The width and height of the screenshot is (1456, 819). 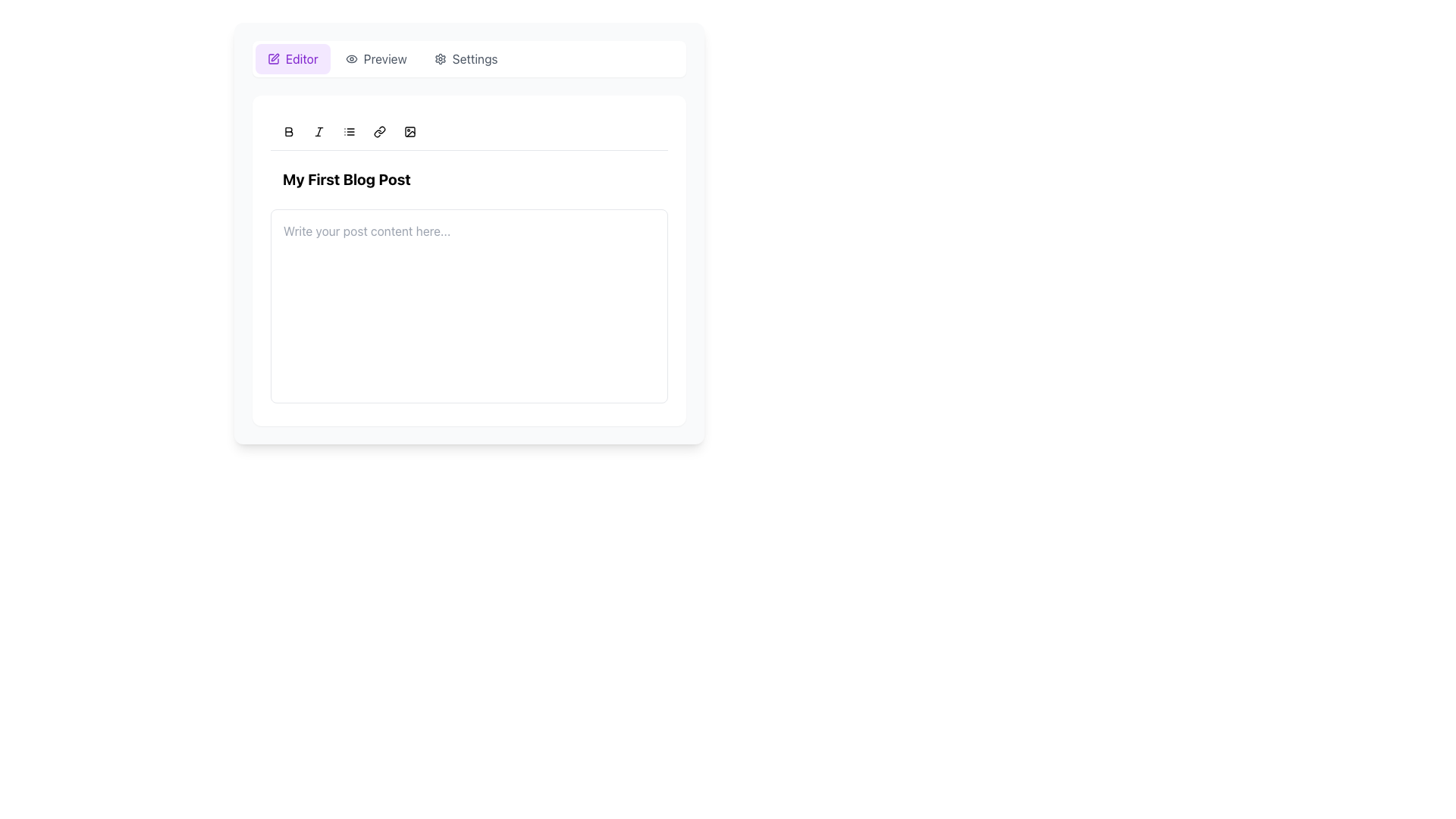 What do you see at coordinates (273, 58) in the screenshot?
I see `the editing icon located within the 'Editor' button at the top left of the interface, positioned to the left of the button's text label 'Editor'` at bounding box center [273, 58].